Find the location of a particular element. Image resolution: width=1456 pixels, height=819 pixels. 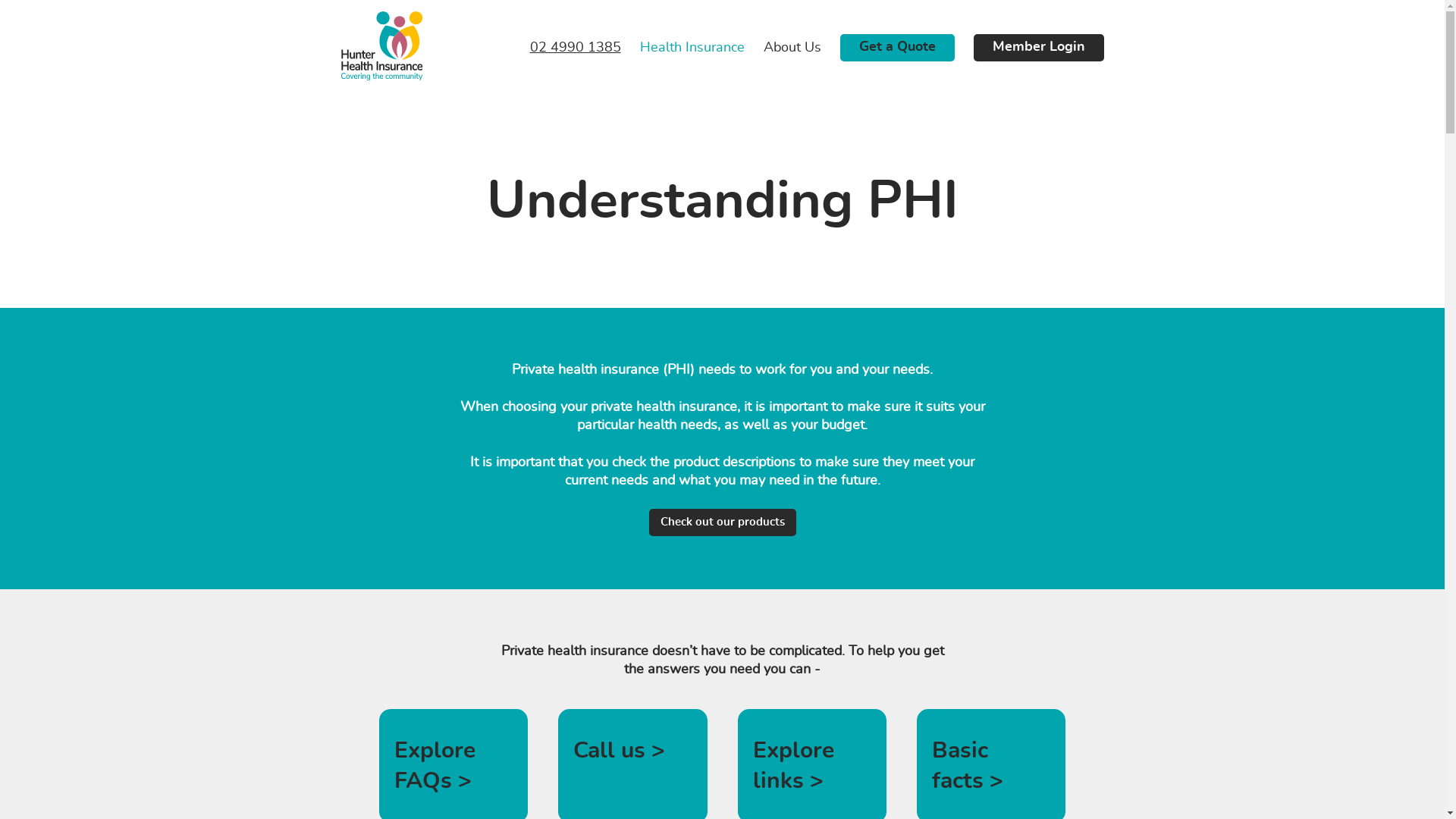

'Call us >' is located at coordinates (619, 751).